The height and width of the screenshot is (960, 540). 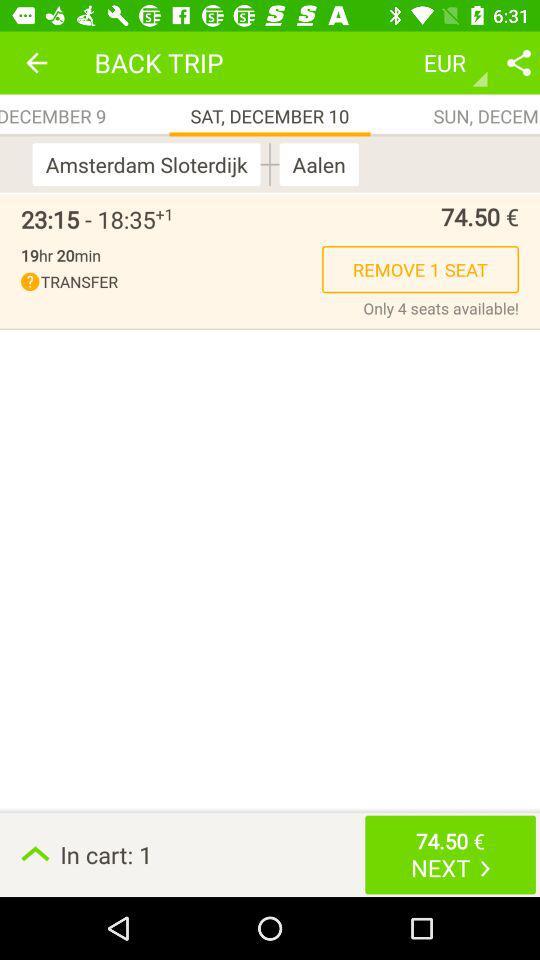 What do you see at coordinates (518, 62) in the screenshot?
I see `the item to the right of eur` at bounding box center [518, 62].